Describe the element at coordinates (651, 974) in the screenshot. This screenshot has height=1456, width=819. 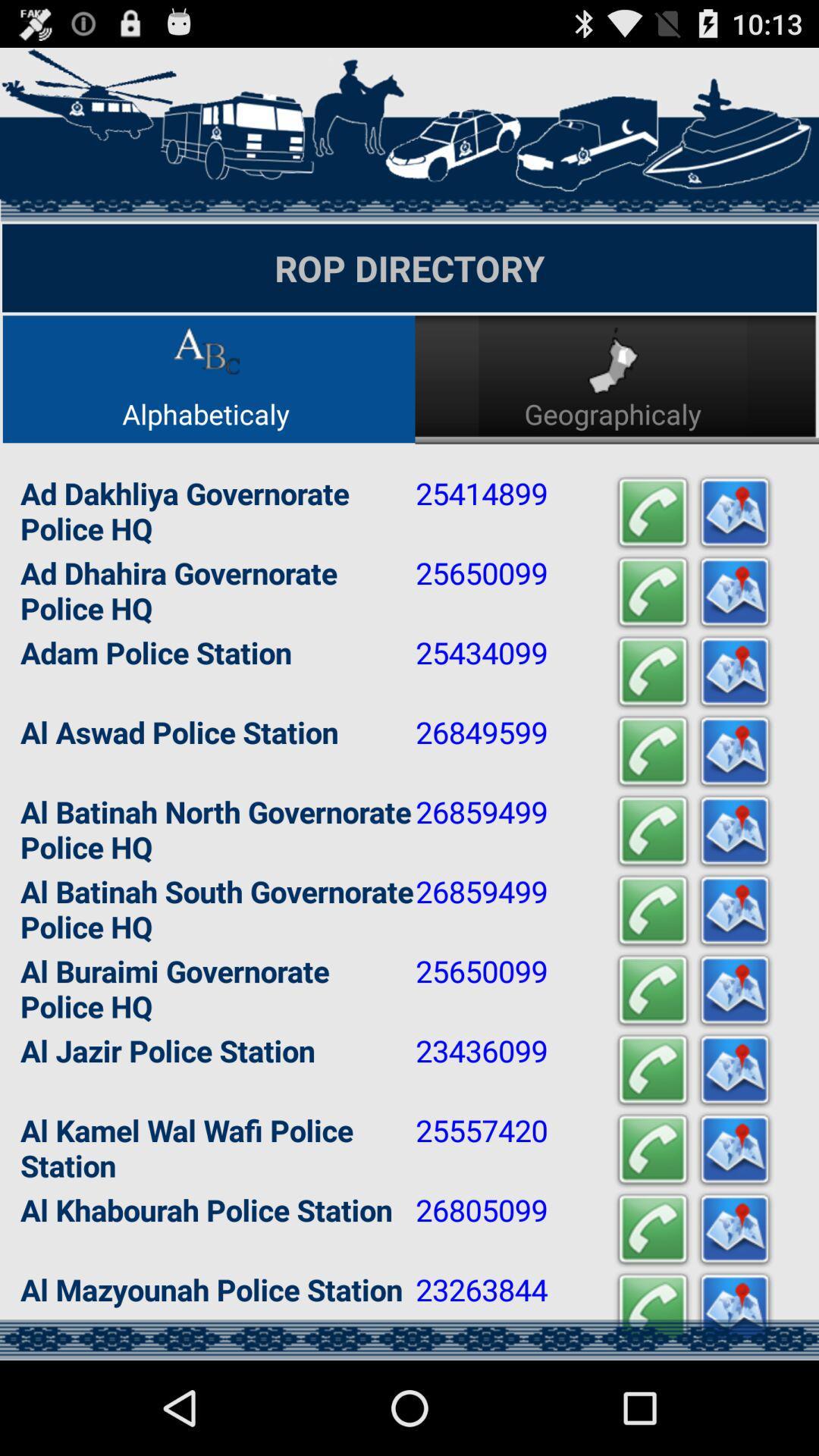
I see `the call icon` at that location.